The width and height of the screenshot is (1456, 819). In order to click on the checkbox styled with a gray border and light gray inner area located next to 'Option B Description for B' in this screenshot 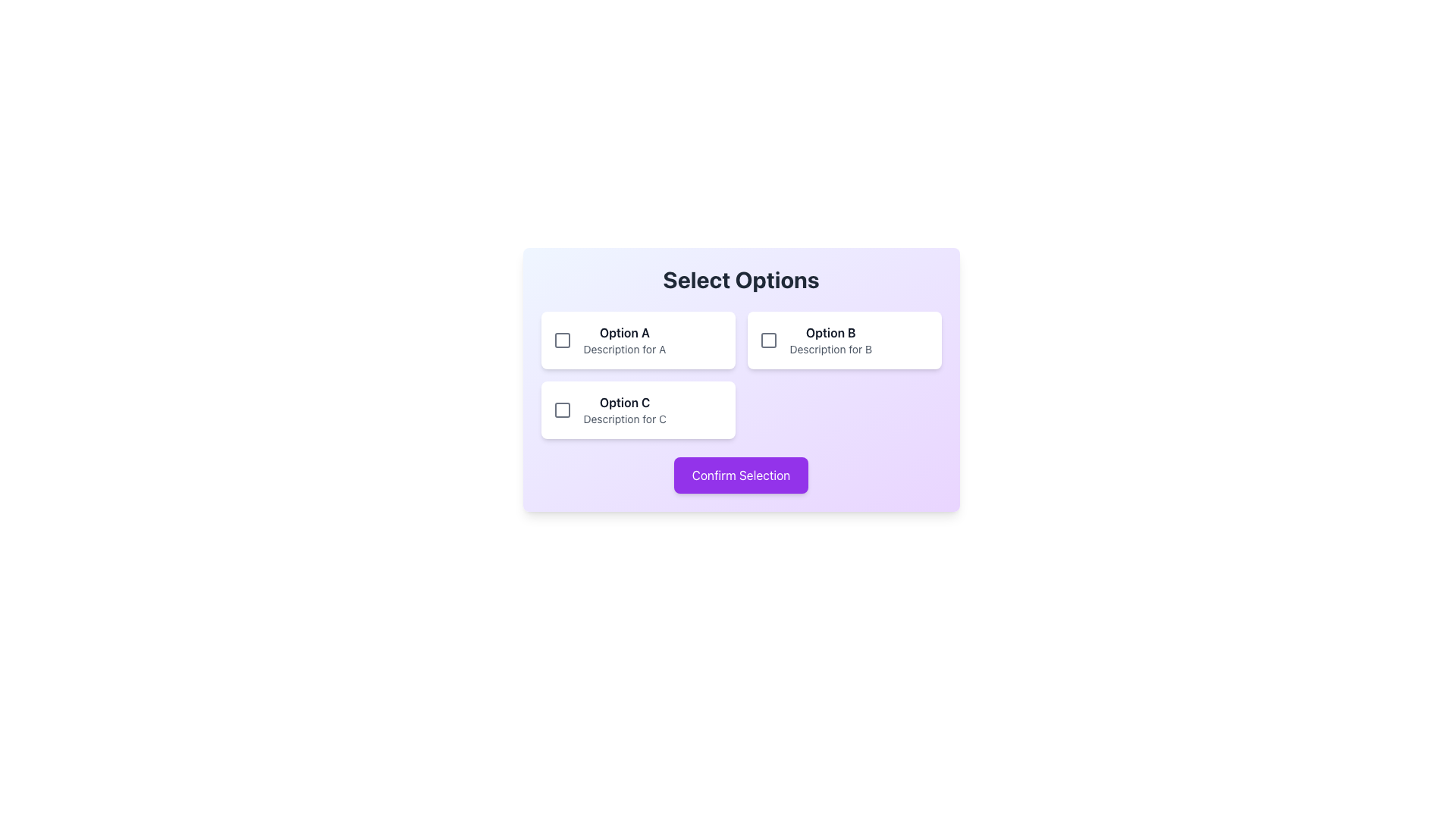, I will do `click(768, 339)`.